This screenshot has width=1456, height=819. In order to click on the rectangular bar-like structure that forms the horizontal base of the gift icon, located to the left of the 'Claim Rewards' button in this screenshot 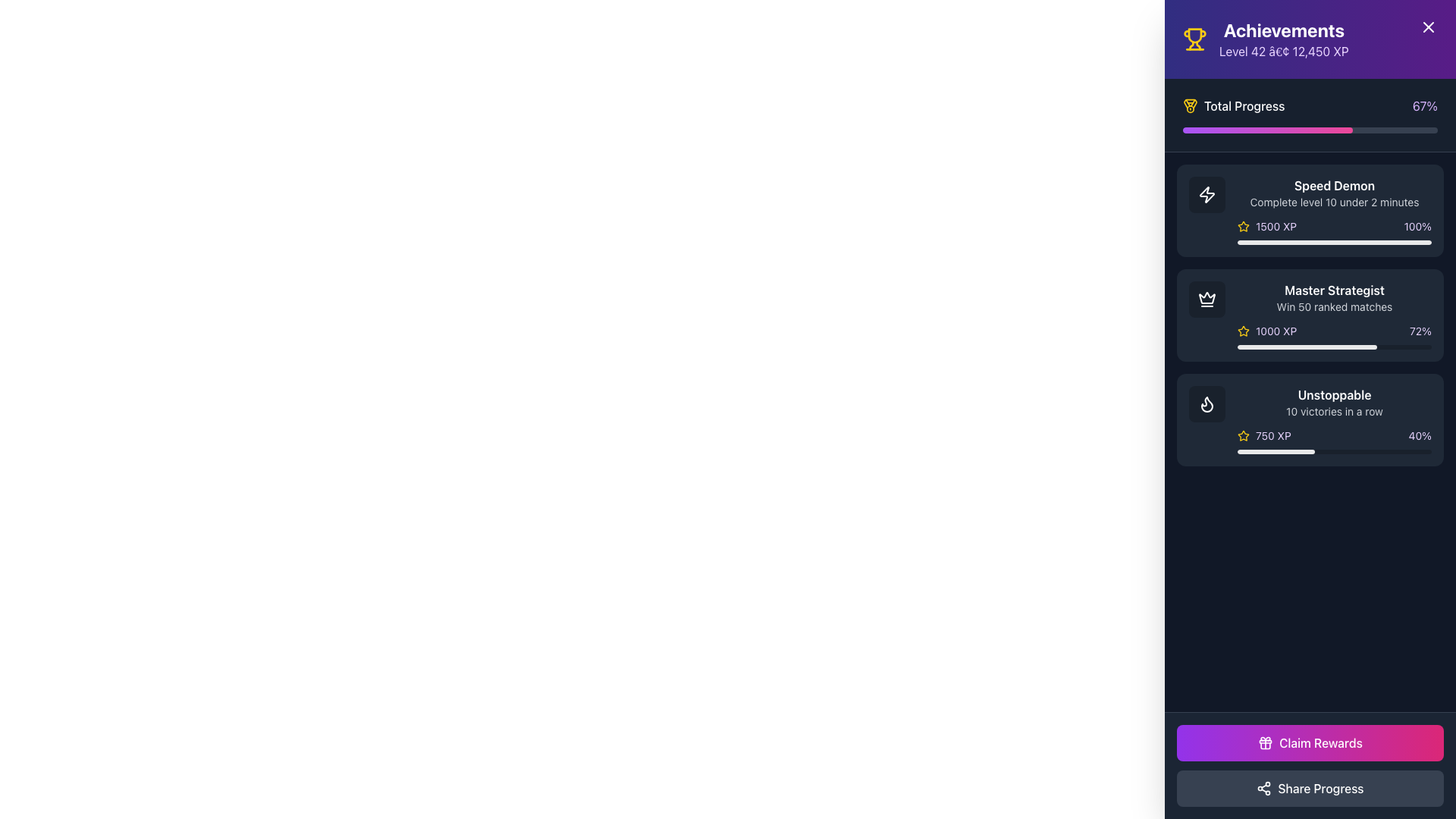, I will do `click(1266, 741)`.